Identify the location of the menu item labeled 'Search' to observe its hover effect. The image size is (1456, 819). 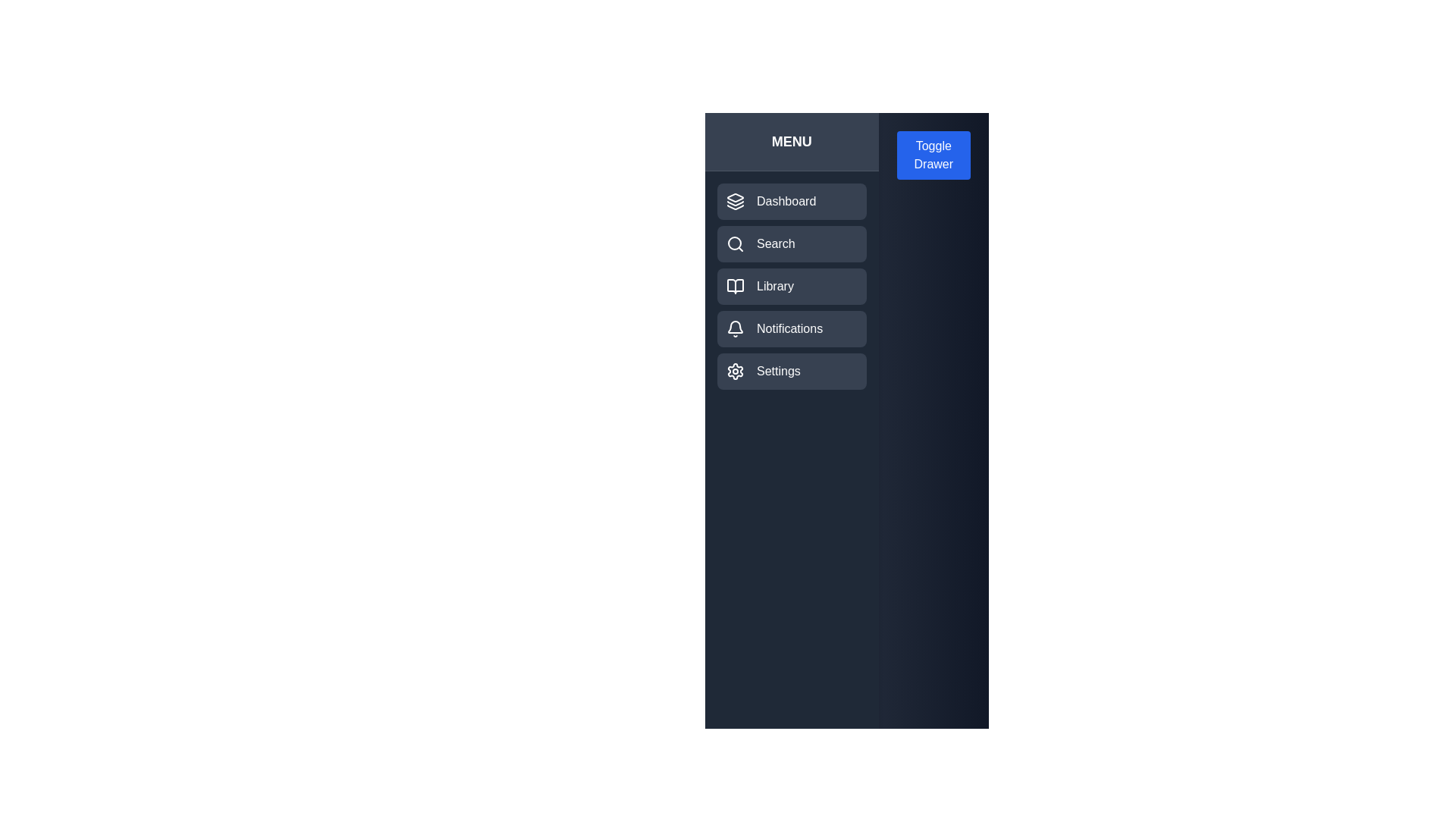
(790, 243).